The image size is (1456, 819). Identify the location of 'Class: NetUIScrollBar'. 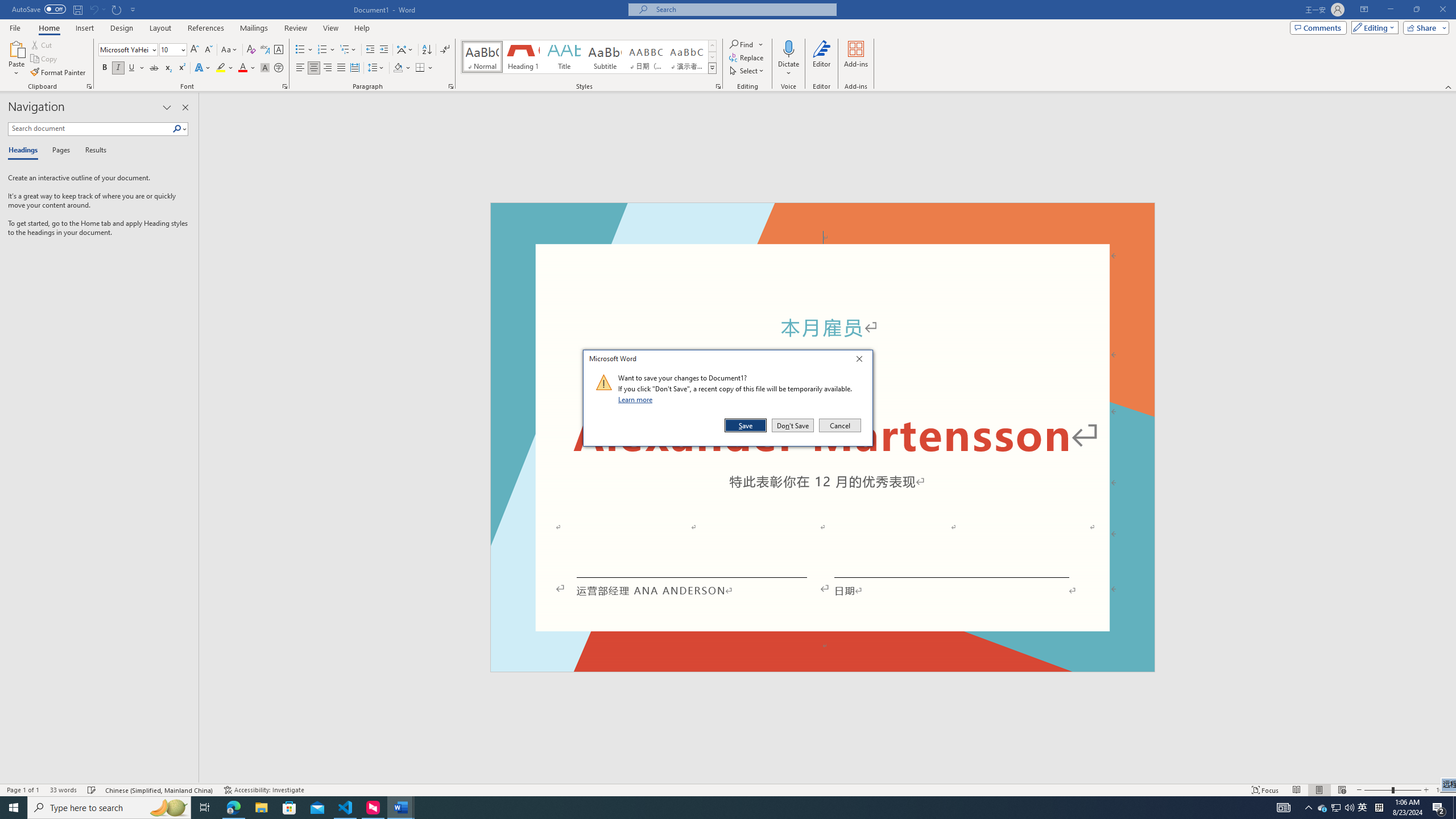
(1451, 437).